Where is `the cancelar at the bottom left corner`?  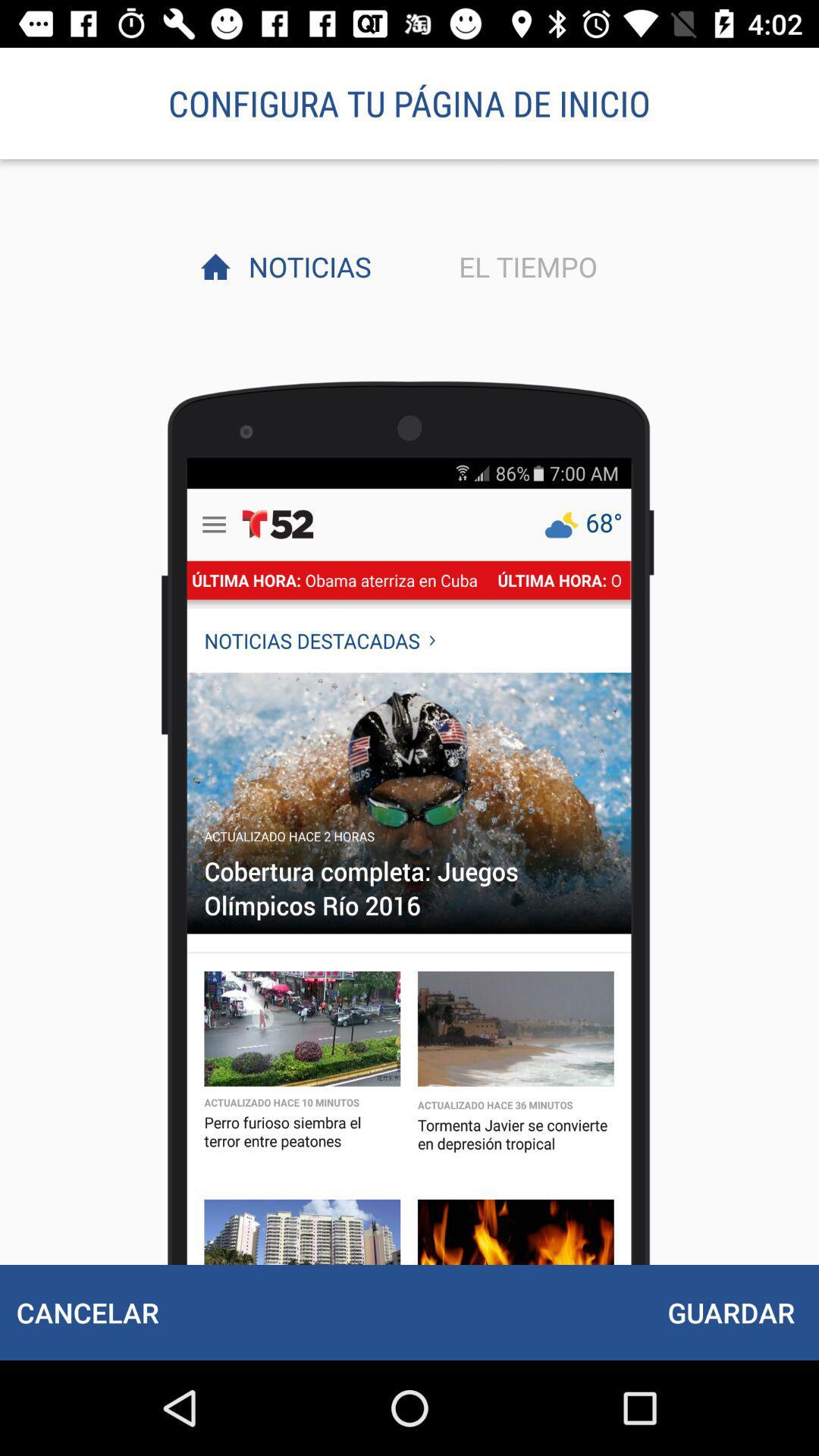
the cancelar at the bottom left corner is located at coordinates (87, 1312).